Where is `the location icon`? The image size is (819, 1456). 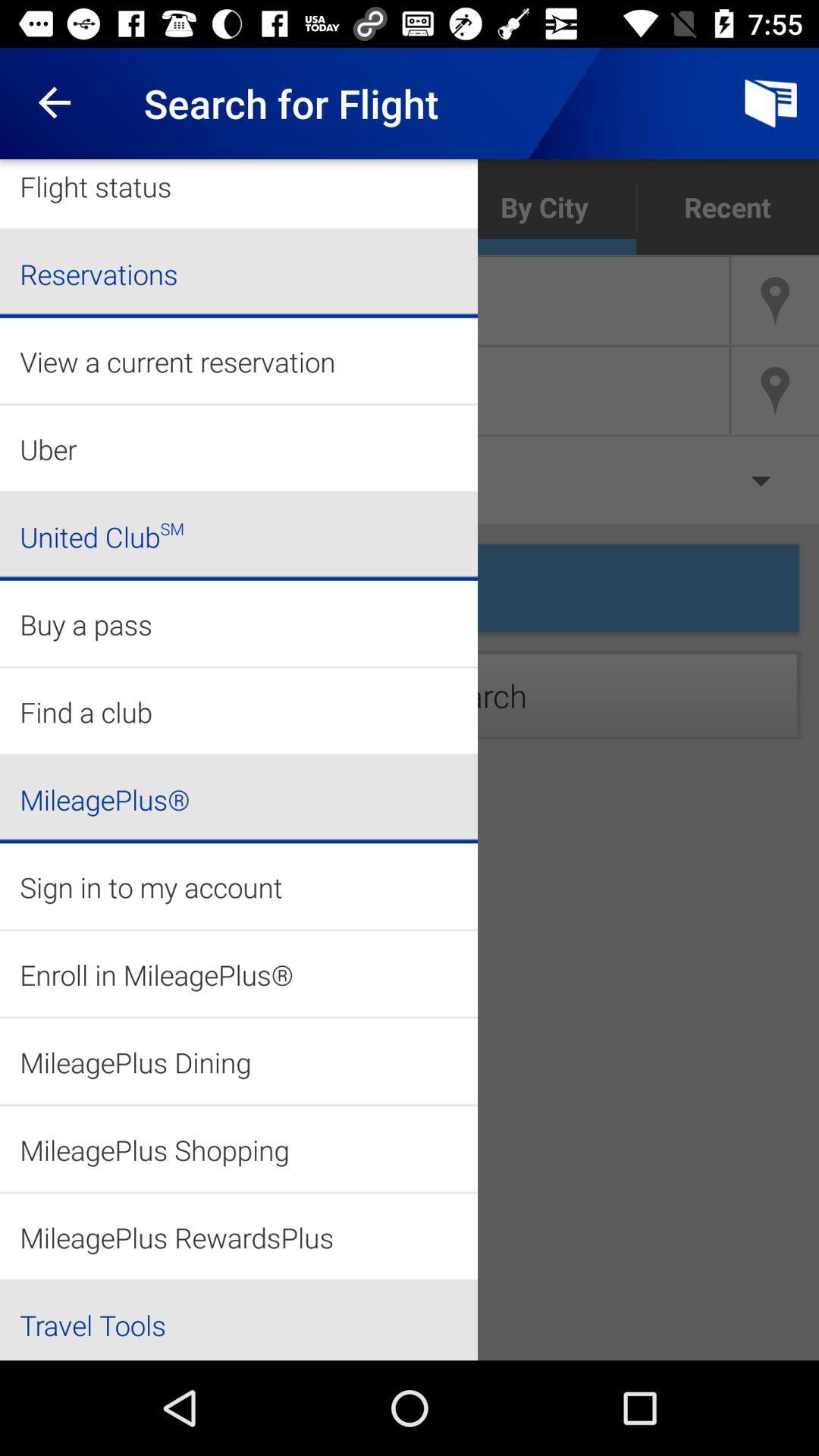 the location icon is located at coordinates (775, 391).